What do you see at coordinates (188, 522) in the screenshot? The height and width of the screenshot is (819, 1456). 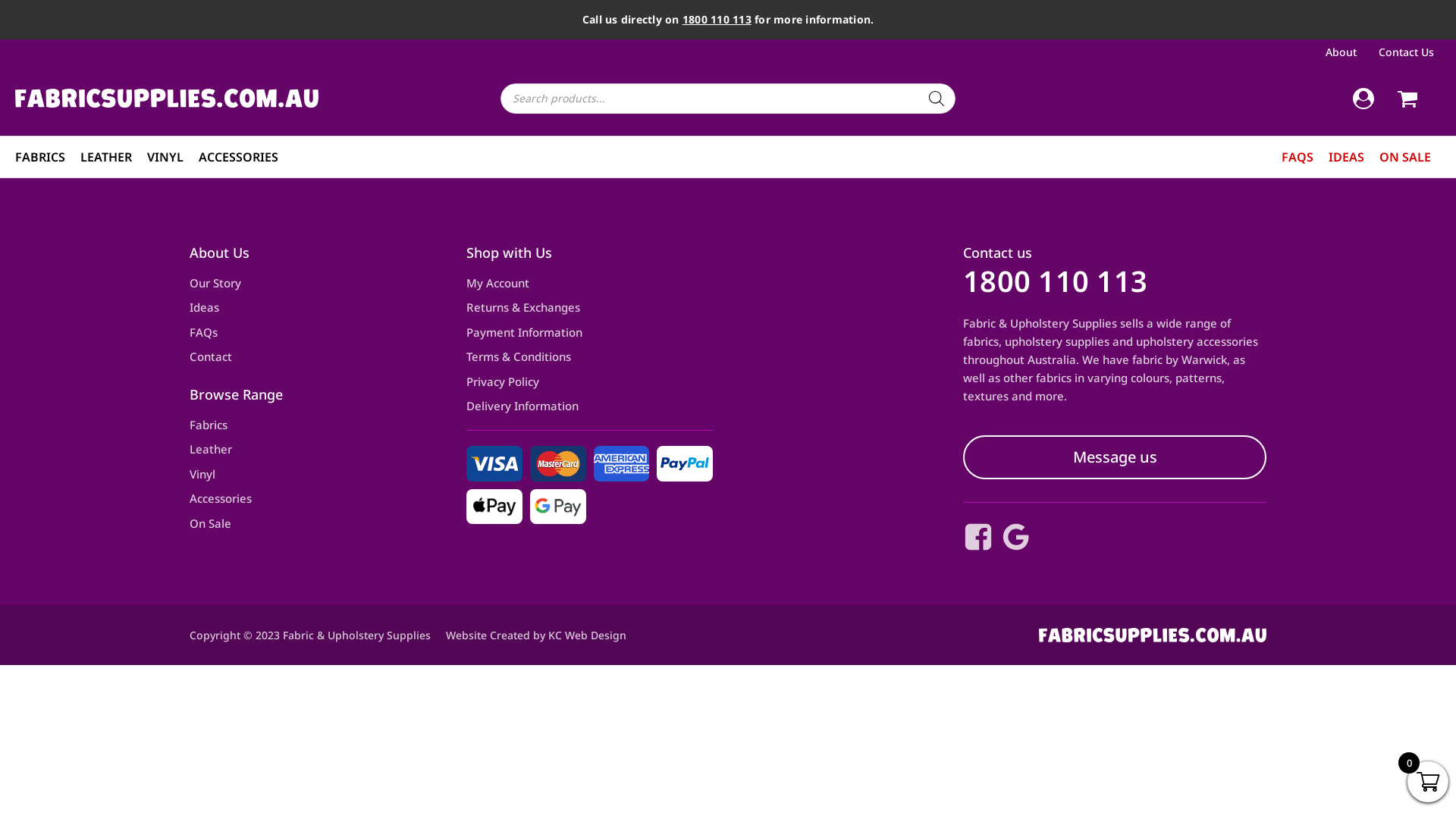 I see `'On Sale'` at bounding box center [188, 522].